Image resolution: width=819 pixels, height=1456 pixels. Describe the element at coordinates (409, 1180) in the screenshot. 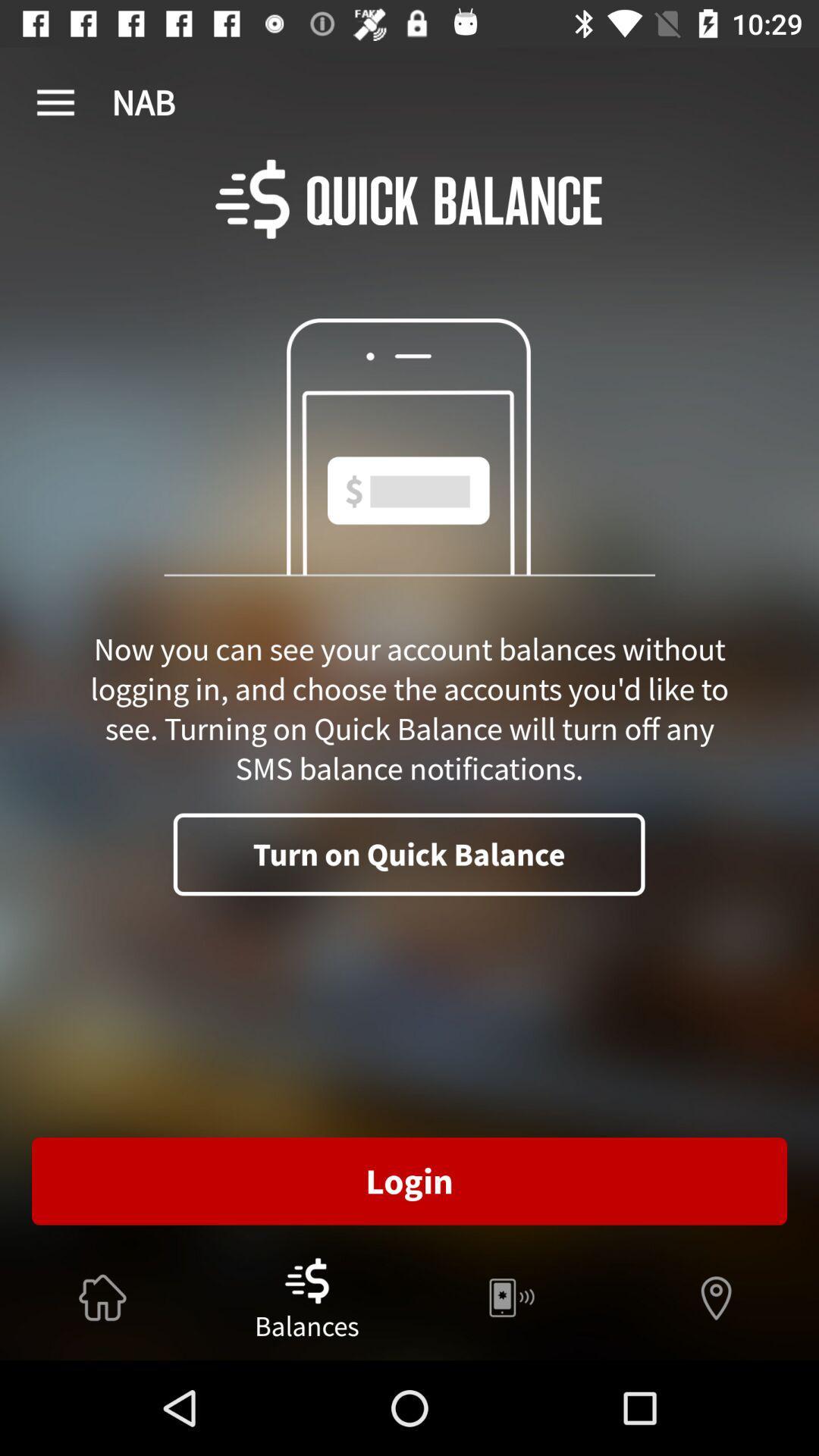

I see `the login` at that location.